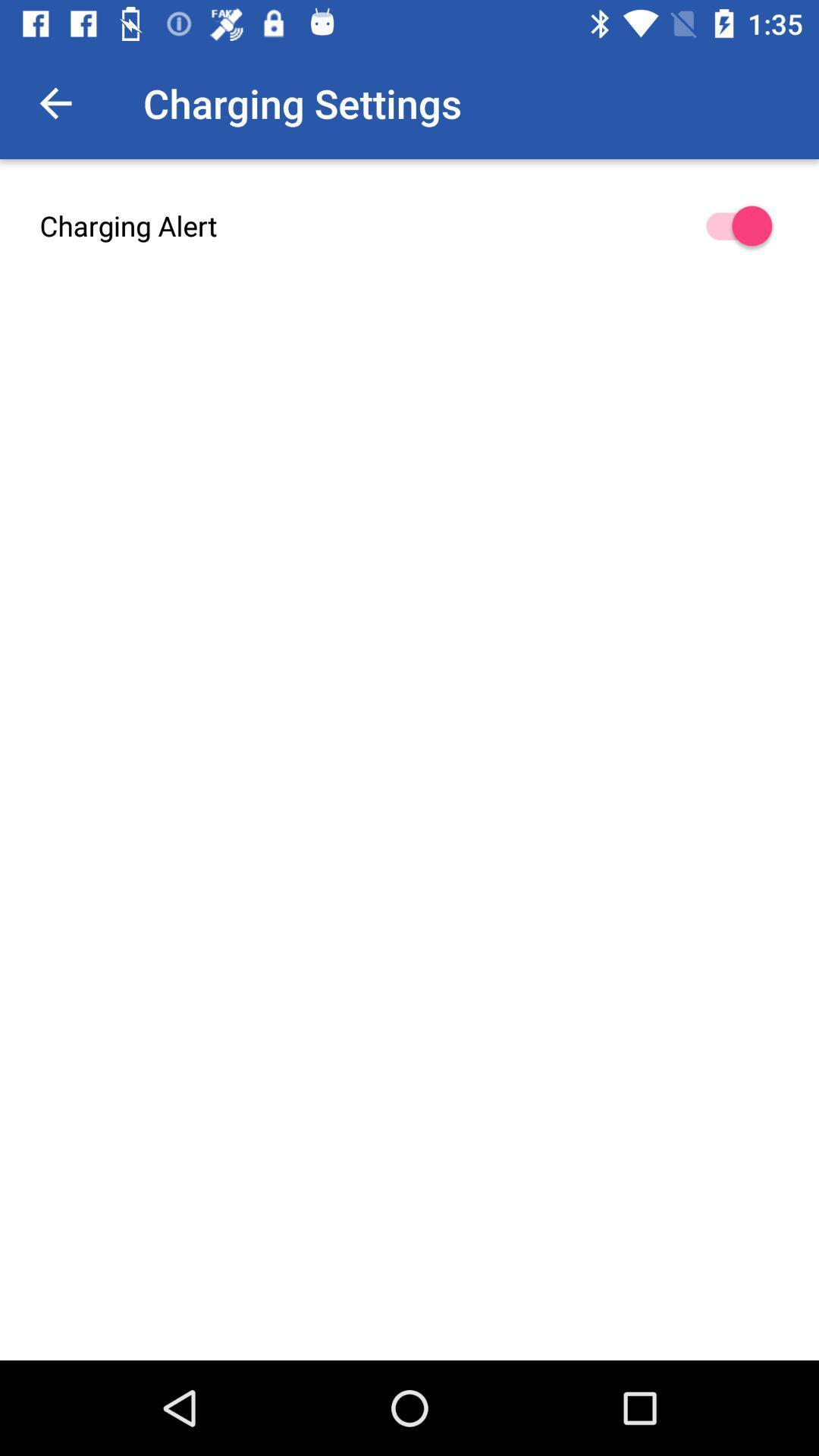 This screenshot has width=819, height=1456. What do you see at coordinates (55, 102) in the screenshot?
I see `the icon to the left of charging settings` at bounding box center [55, 102].